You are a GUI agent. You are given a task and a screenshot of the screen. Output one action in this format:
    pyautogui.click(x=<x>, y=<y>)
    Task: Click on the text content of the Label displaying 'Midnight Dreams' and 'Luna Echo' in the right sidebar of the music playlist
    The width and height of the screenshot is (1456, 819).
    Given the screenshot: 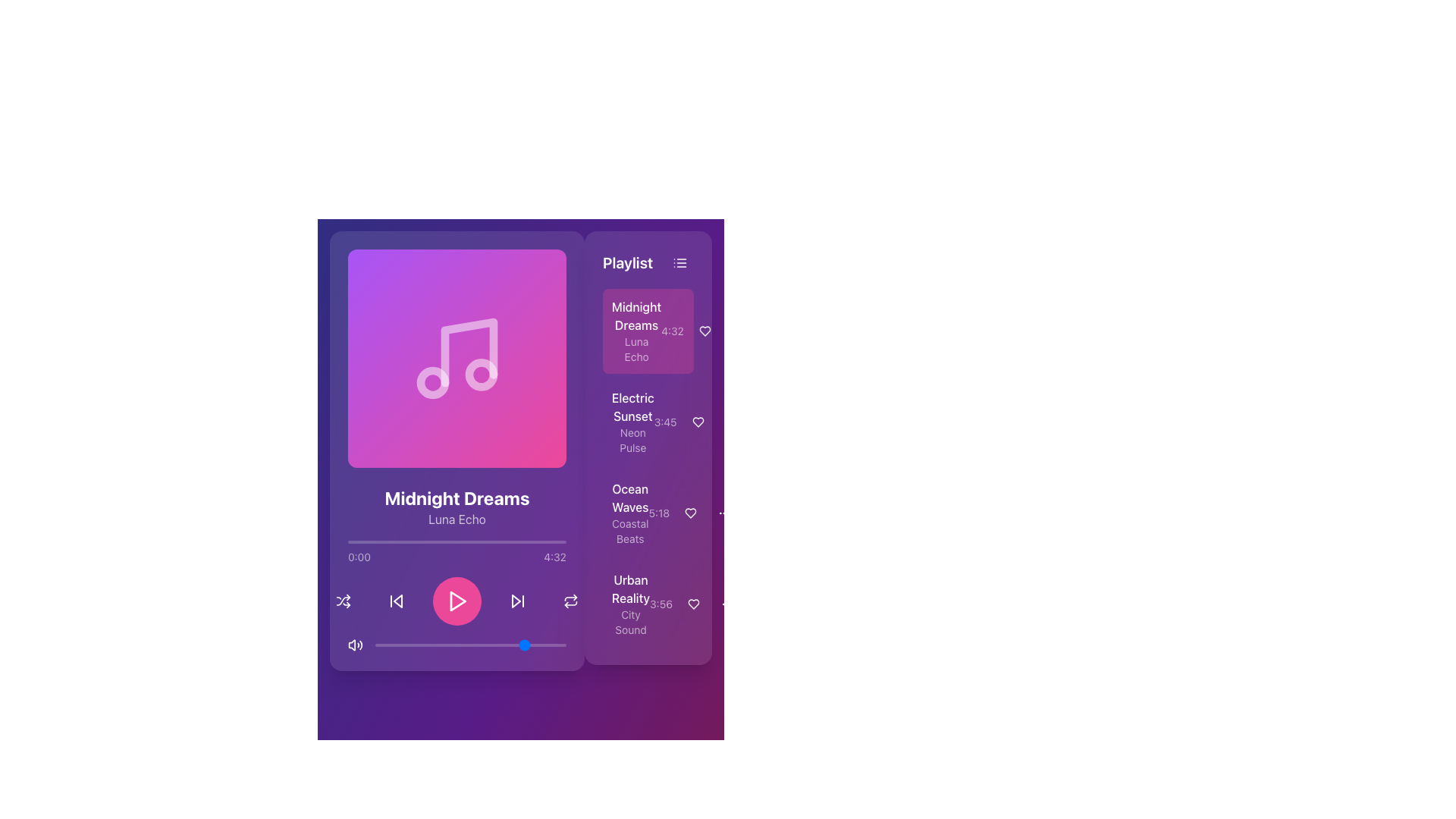 What is the action you would take?
    pyautogui.click(x=636, y=330)
    